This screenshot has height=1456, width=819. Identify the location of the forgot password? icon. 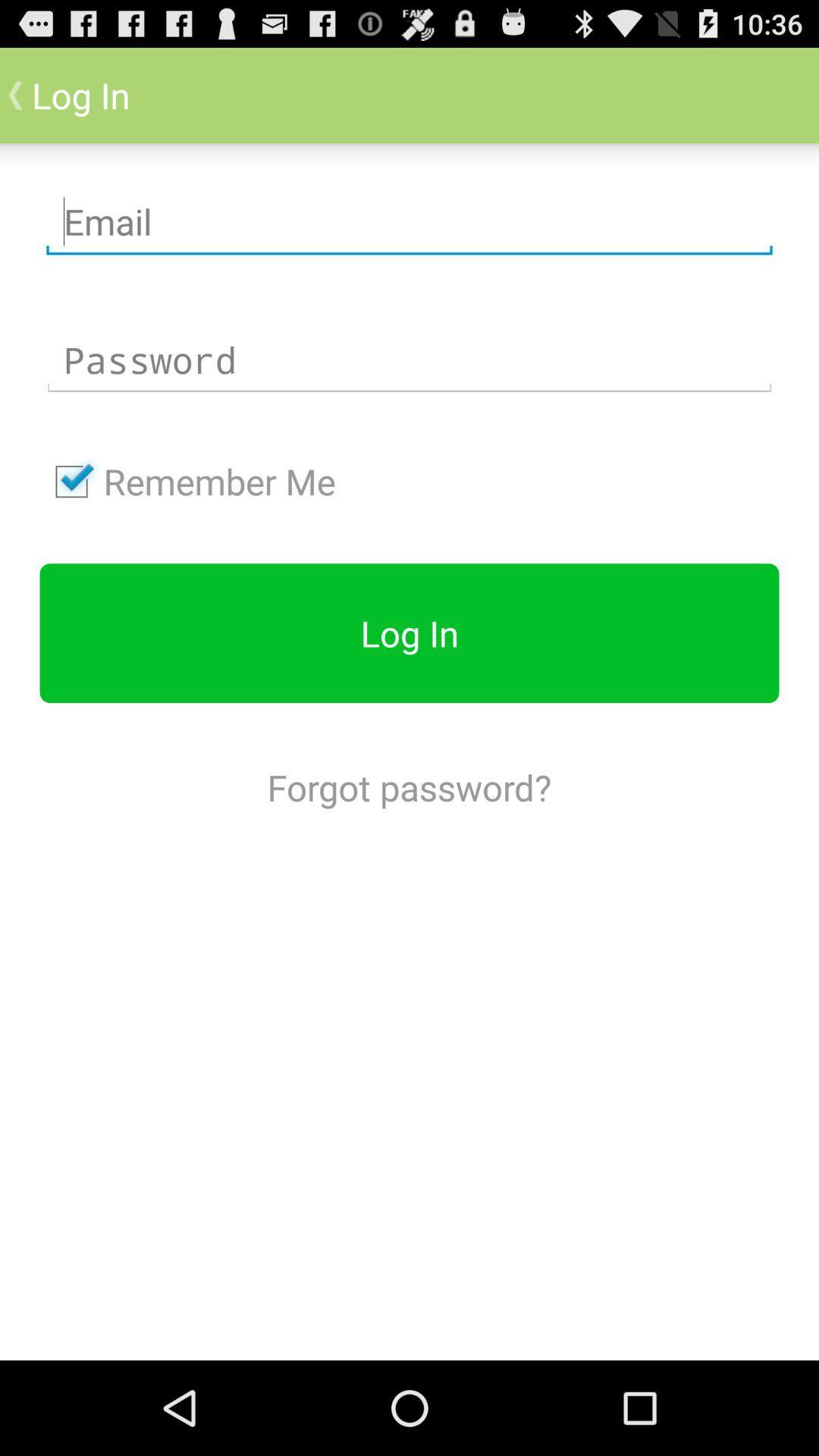
(409, 787).